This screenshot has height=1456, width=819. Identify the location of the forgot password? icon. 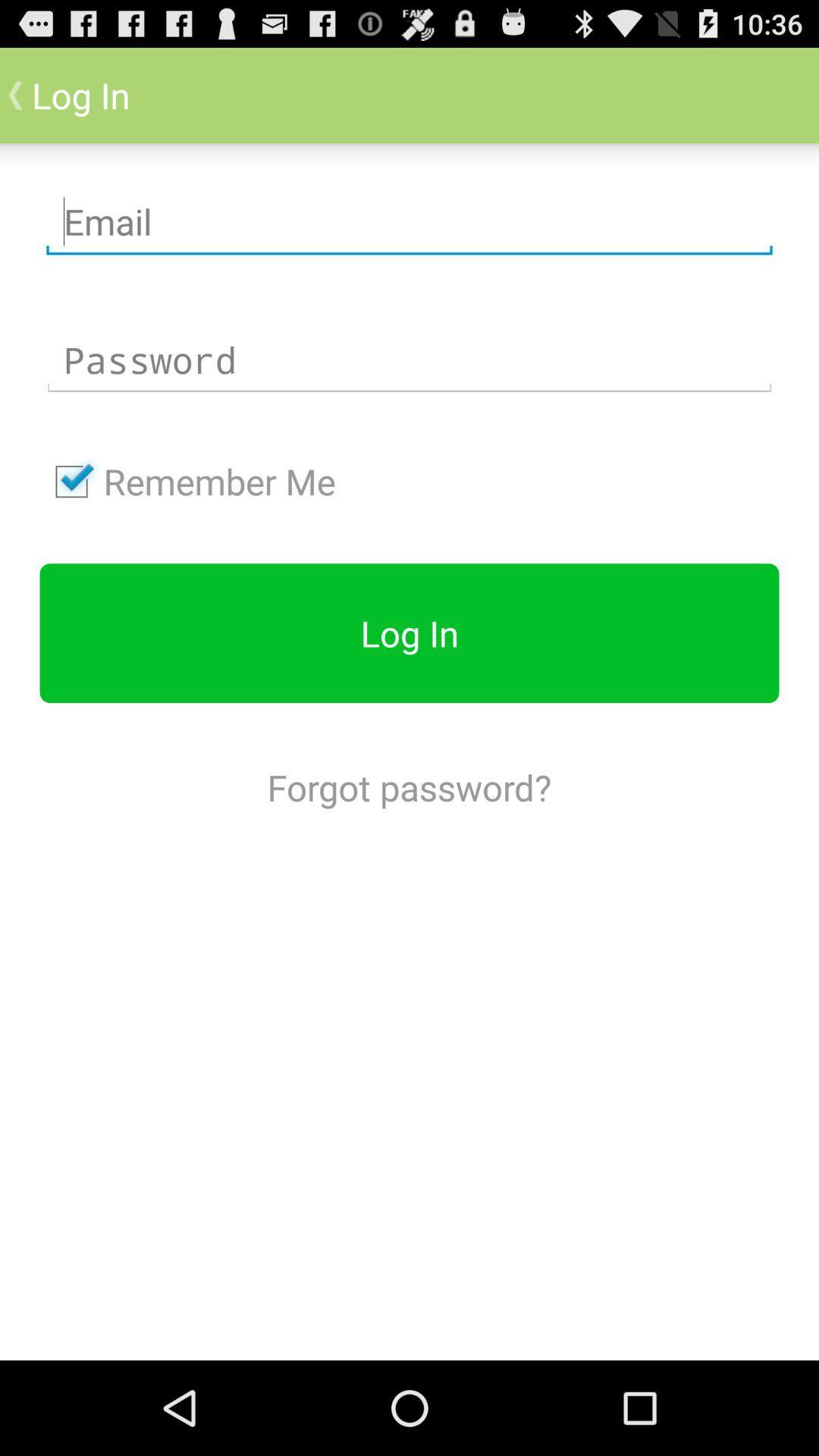
(409, 787).